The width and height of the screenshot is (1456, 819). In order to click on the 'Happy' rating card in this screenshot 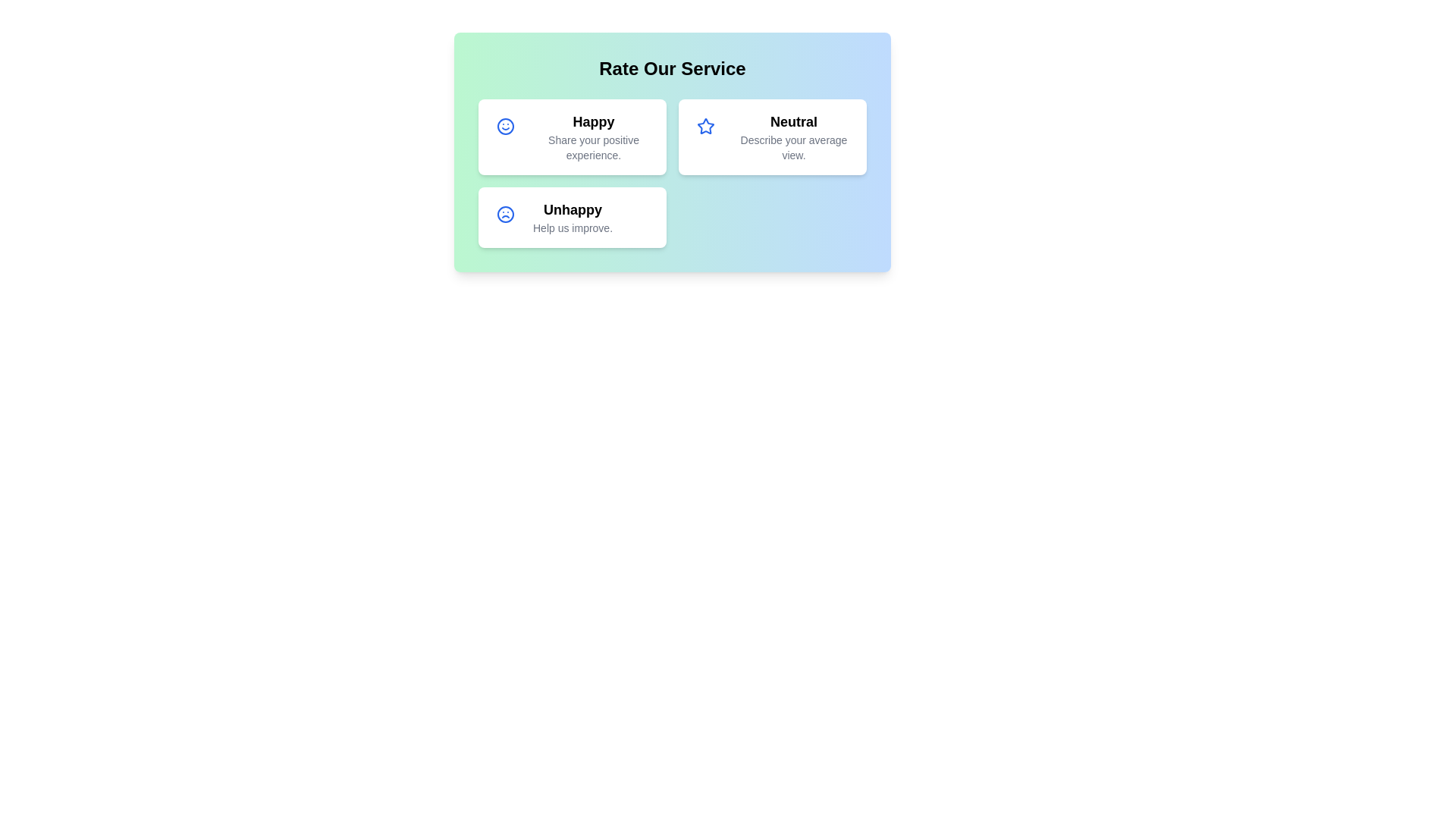, I will do `click(571, 137)`.